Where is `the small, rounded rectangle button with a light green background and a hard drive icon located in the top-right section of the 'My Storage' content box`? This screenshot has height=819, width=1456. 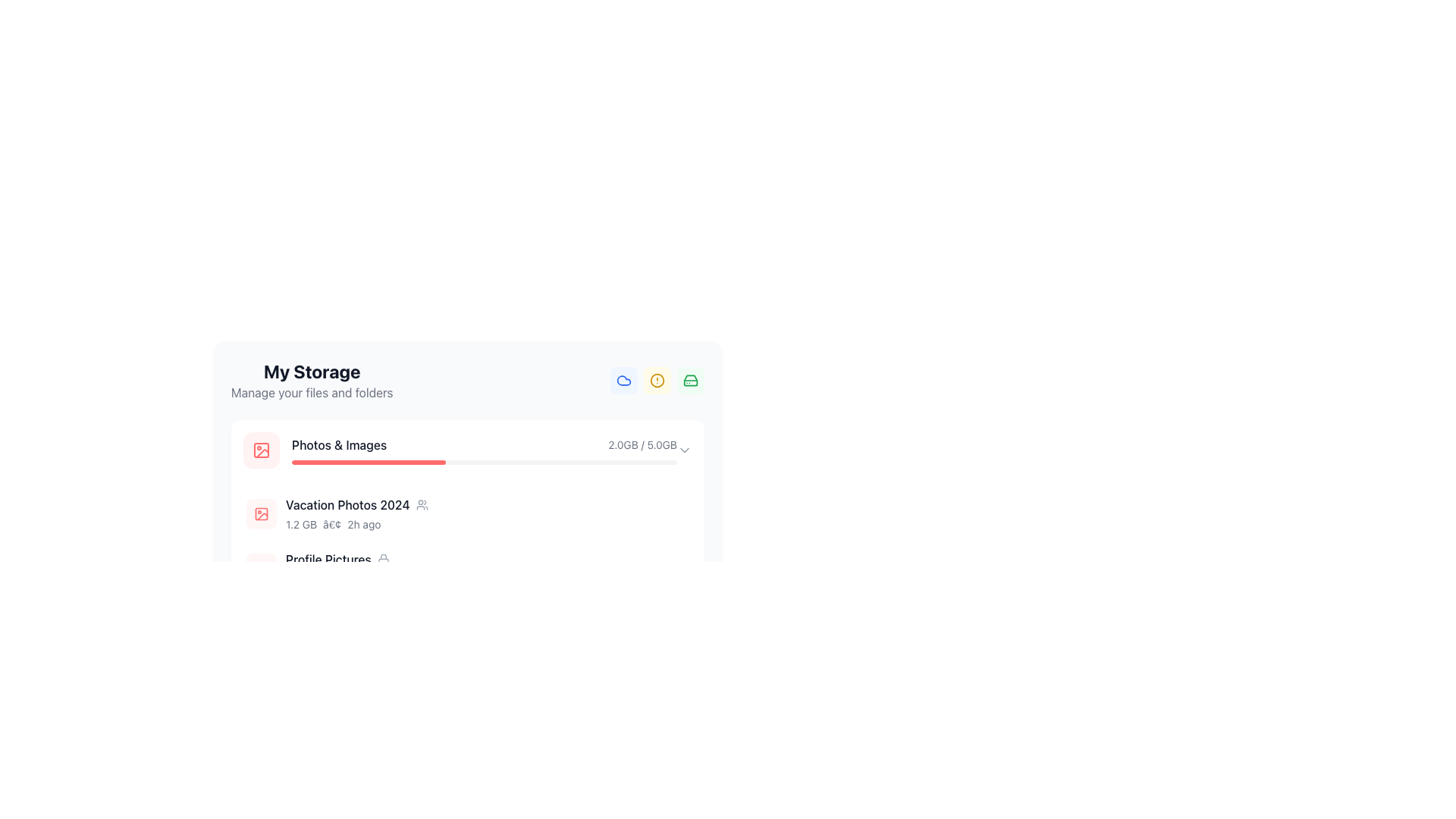 the small, rounded rectangle button with a light green background and a hard drive icon located in the top-right section of the 'My Storage' content box is located at coordinates (690, 379).